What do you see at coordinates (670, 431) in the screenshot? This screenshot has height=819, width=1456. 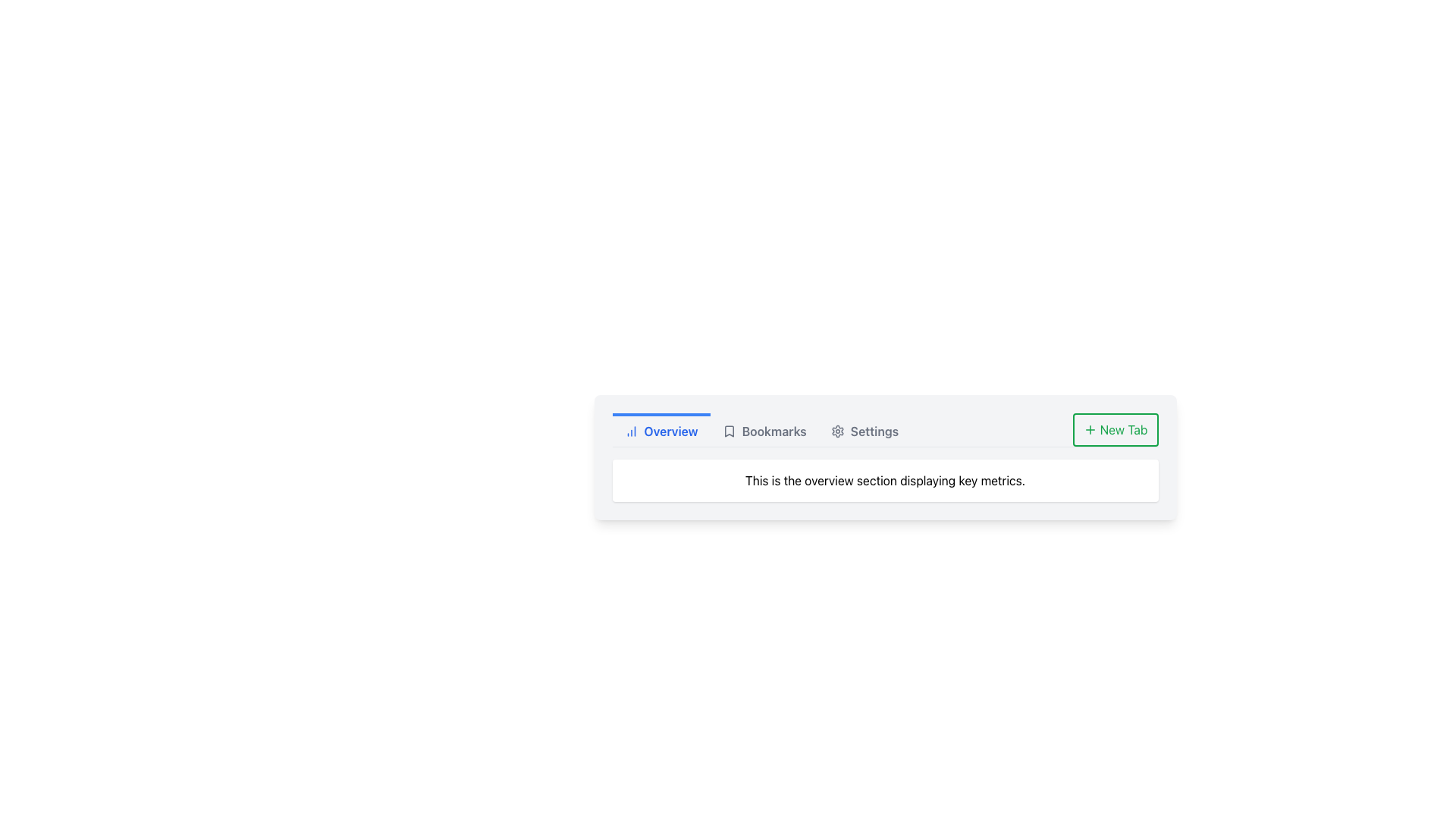 I see `the highlighted text label for the Overview section in the navigation menu` at bounding box center [670, 431].